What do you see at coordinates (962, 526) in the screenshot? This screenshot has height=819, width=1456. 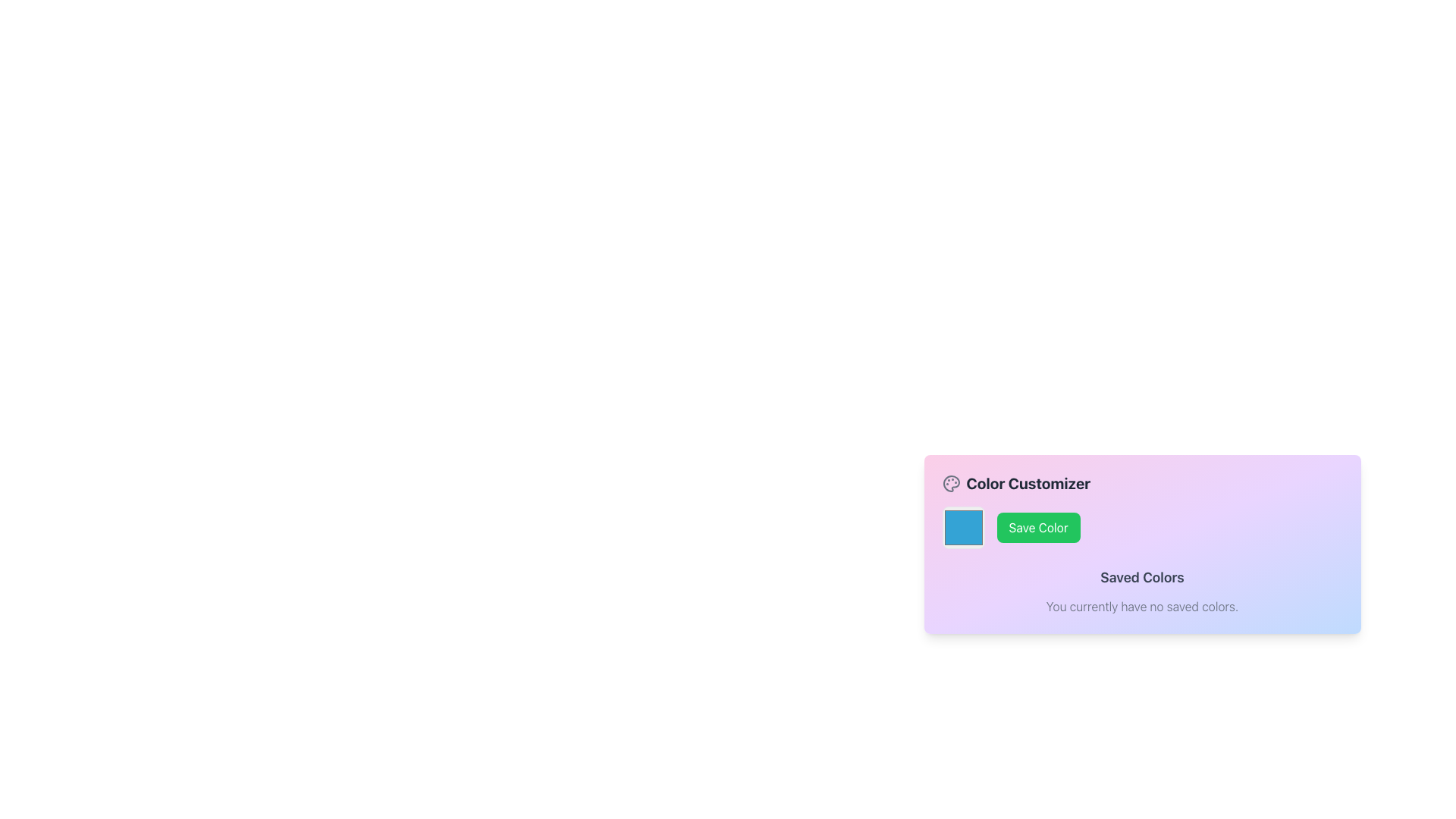 I see `the square color picker with a blue background and gray border` at bounding box center [962, 526].